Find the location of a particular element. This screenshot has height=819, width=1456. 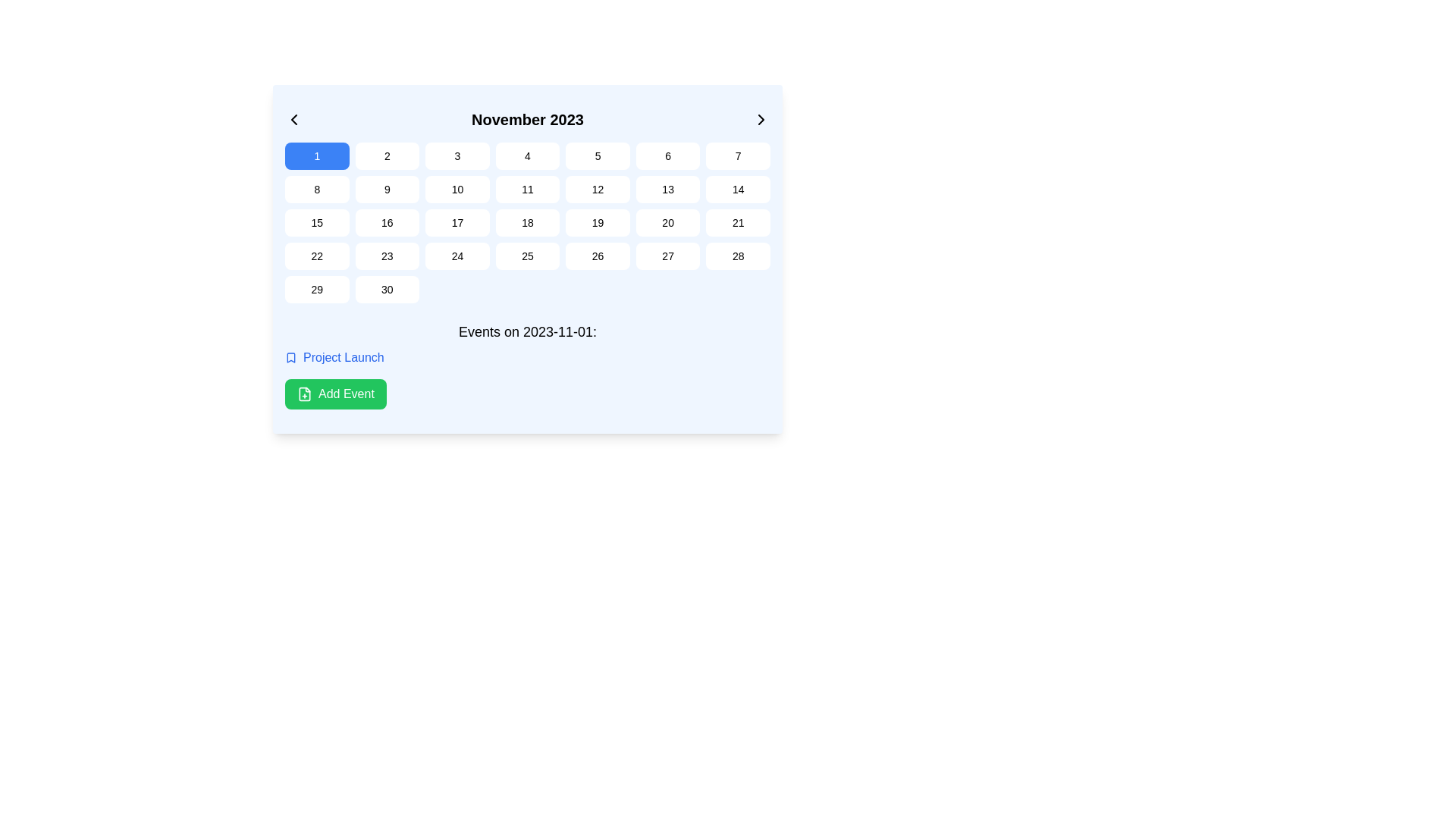

the button representing the 25th date in the calendar is located at coordinates (528, 256).